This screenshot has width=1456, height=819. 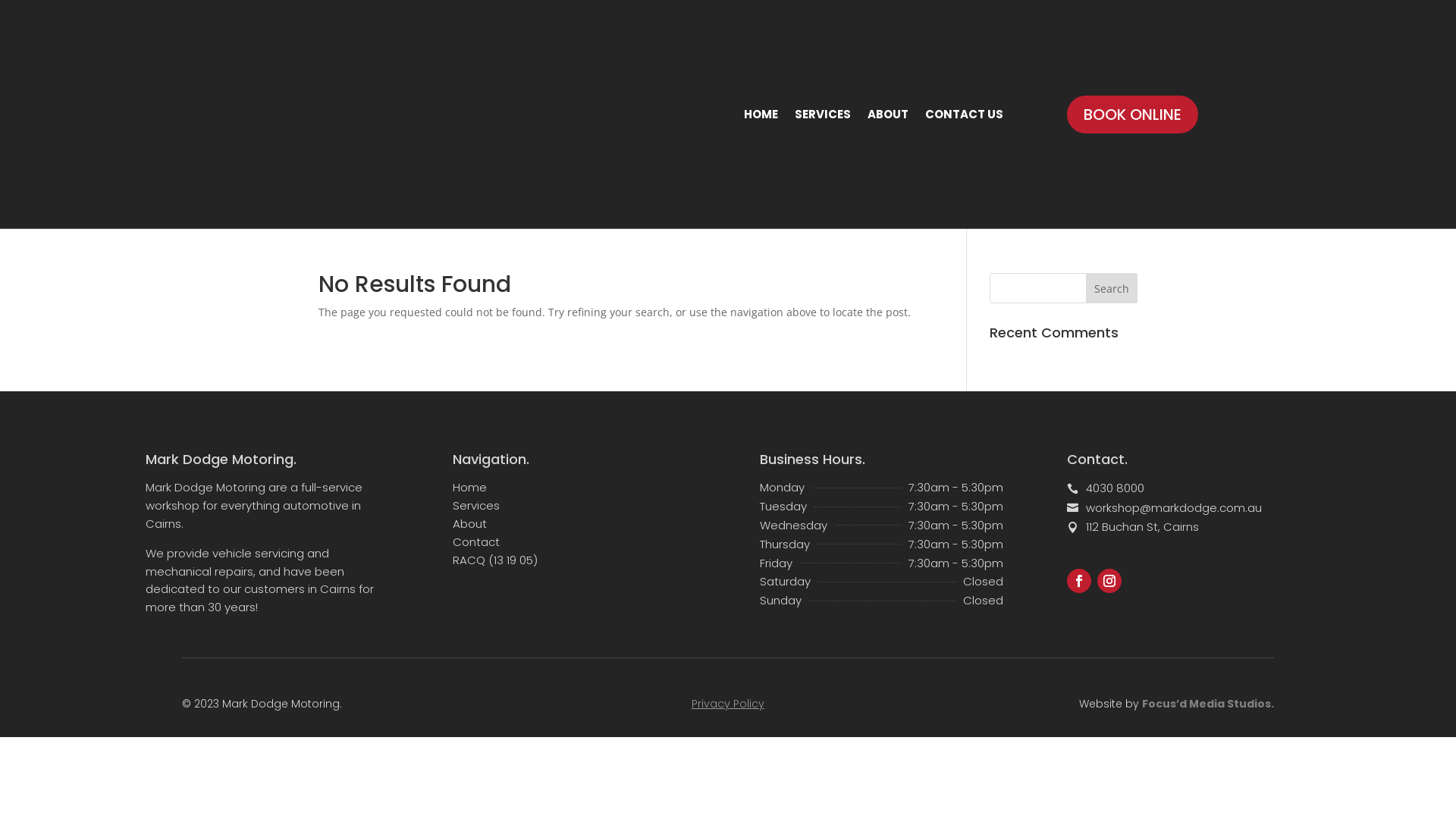 I want to click on 'SERVICES', so click(x=821, y=113).